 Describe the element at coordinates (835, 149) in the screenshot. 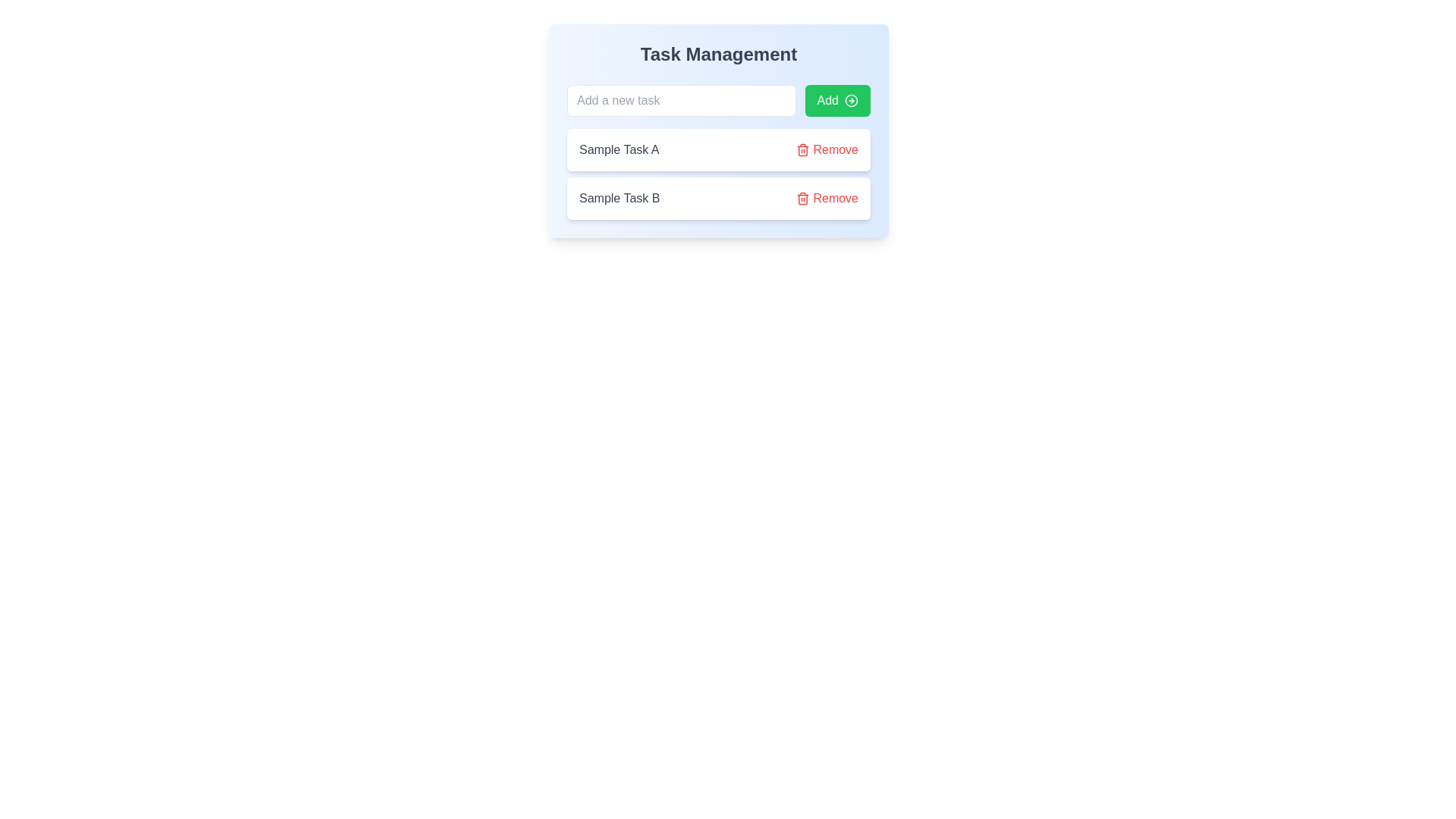

I see `the 'Remove' text label, which is styled in red and positioned to the right of 'Sample Task A' in the task list` at that location.